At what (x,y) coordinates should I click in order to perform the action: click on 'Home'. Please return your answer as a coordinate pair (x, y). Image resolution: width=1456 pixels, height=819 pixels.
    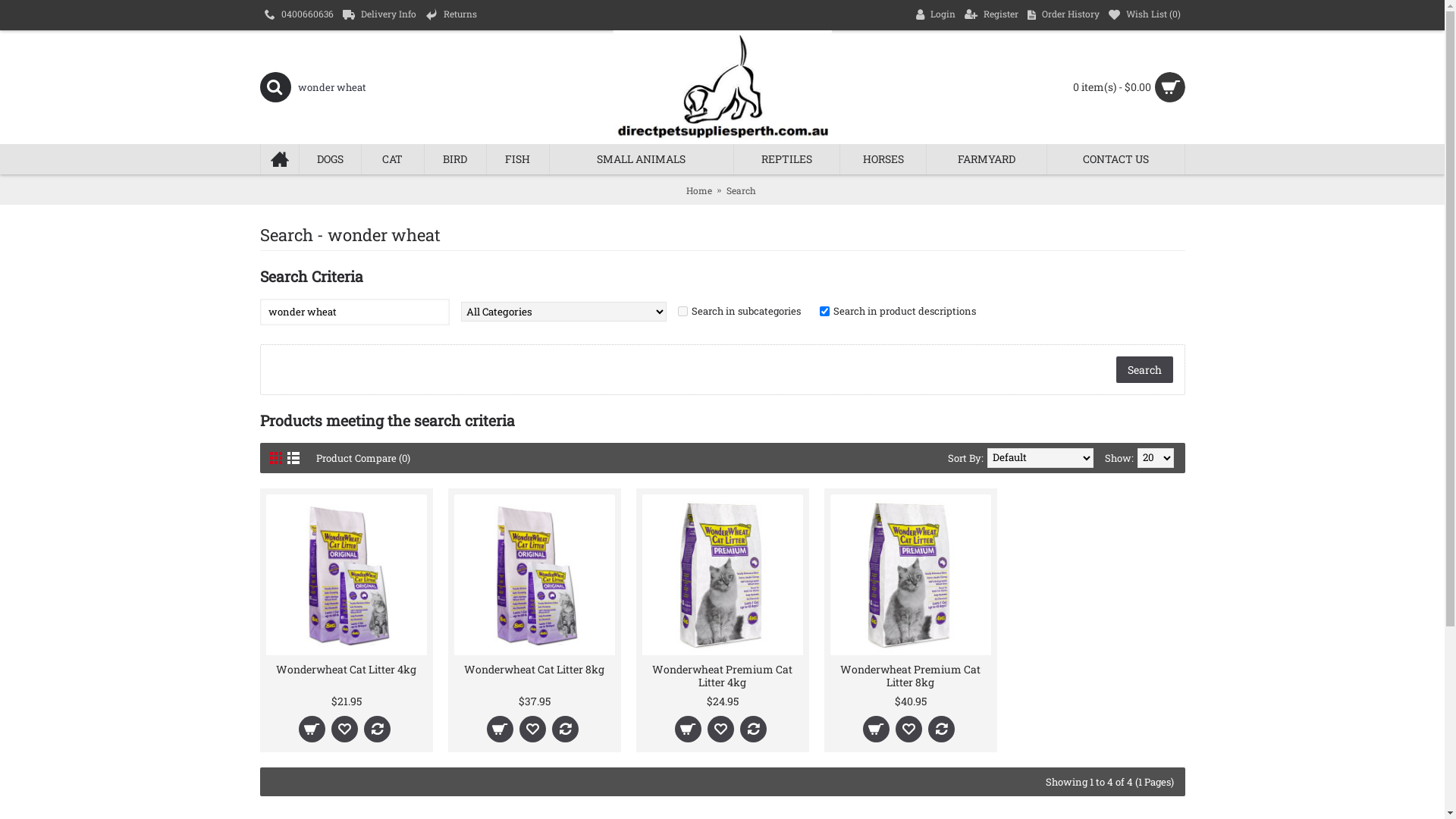
    Looking at the image, I should click on (684, 189).